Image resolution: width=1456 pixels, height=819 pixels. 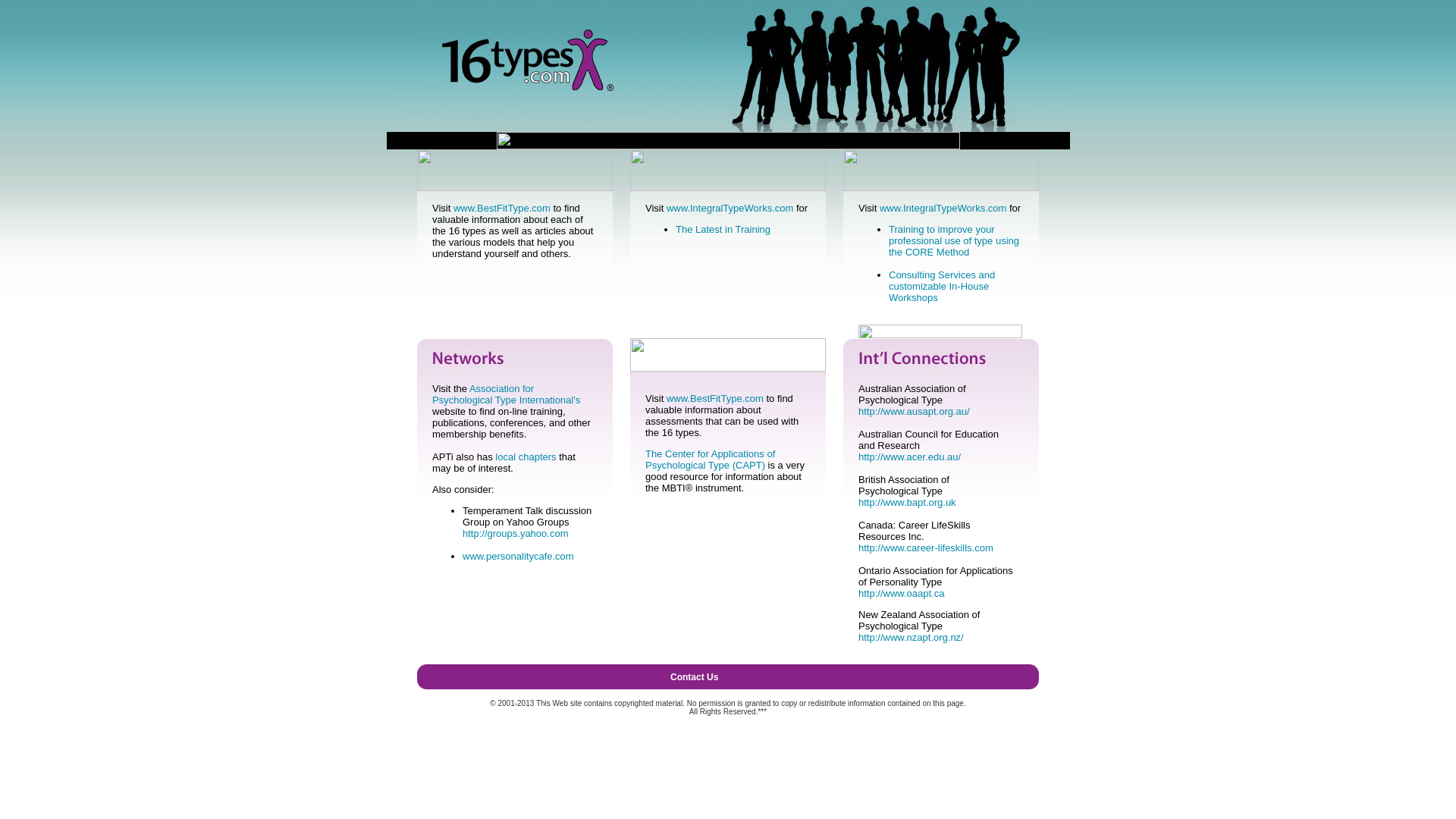 What do you see at coordinates (913, 411) in the screenshot?
I see `'http://www.ausapt.org.au/'` at bounding box center [913, 411].